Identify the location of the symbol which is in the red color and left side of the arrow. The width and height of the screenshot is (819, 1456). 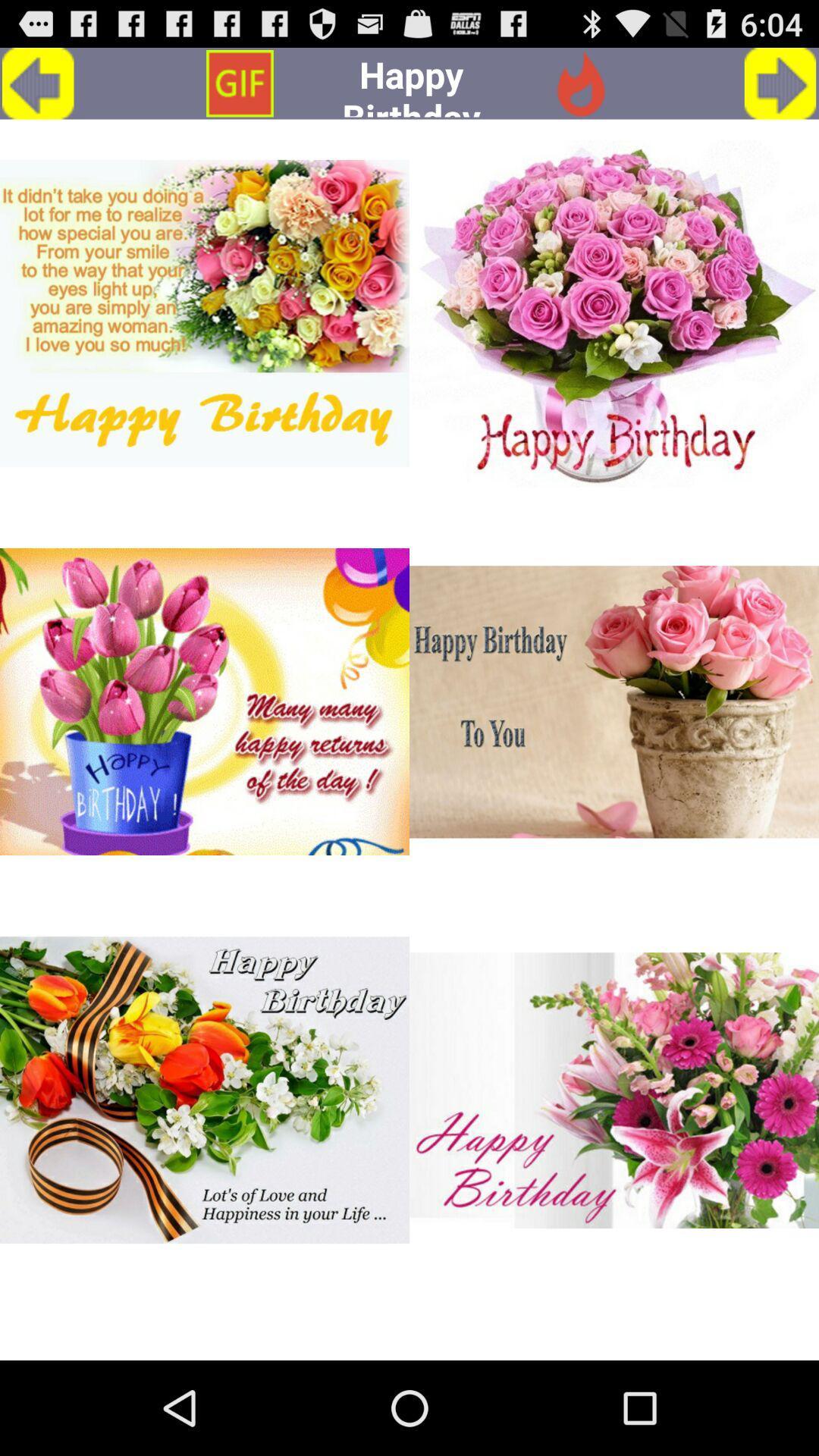
(580, 83).